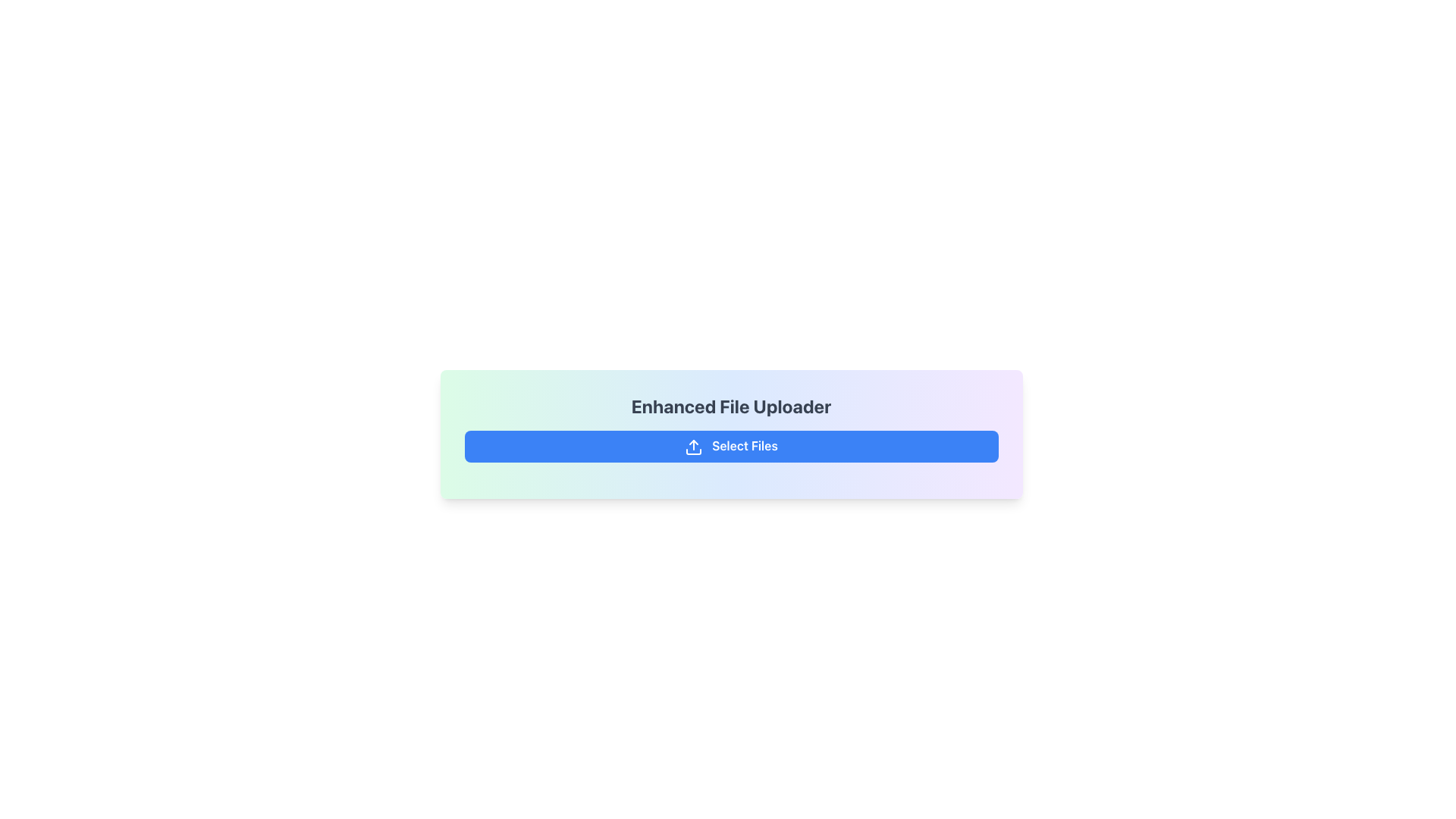 Image resolution: width=1456 pixels, height=819 pixels. I want to click on the upload icon located inside the blue button labeled 'Select Files', which features a centered upward-pointing arrow above an open box, so click(693, 446).